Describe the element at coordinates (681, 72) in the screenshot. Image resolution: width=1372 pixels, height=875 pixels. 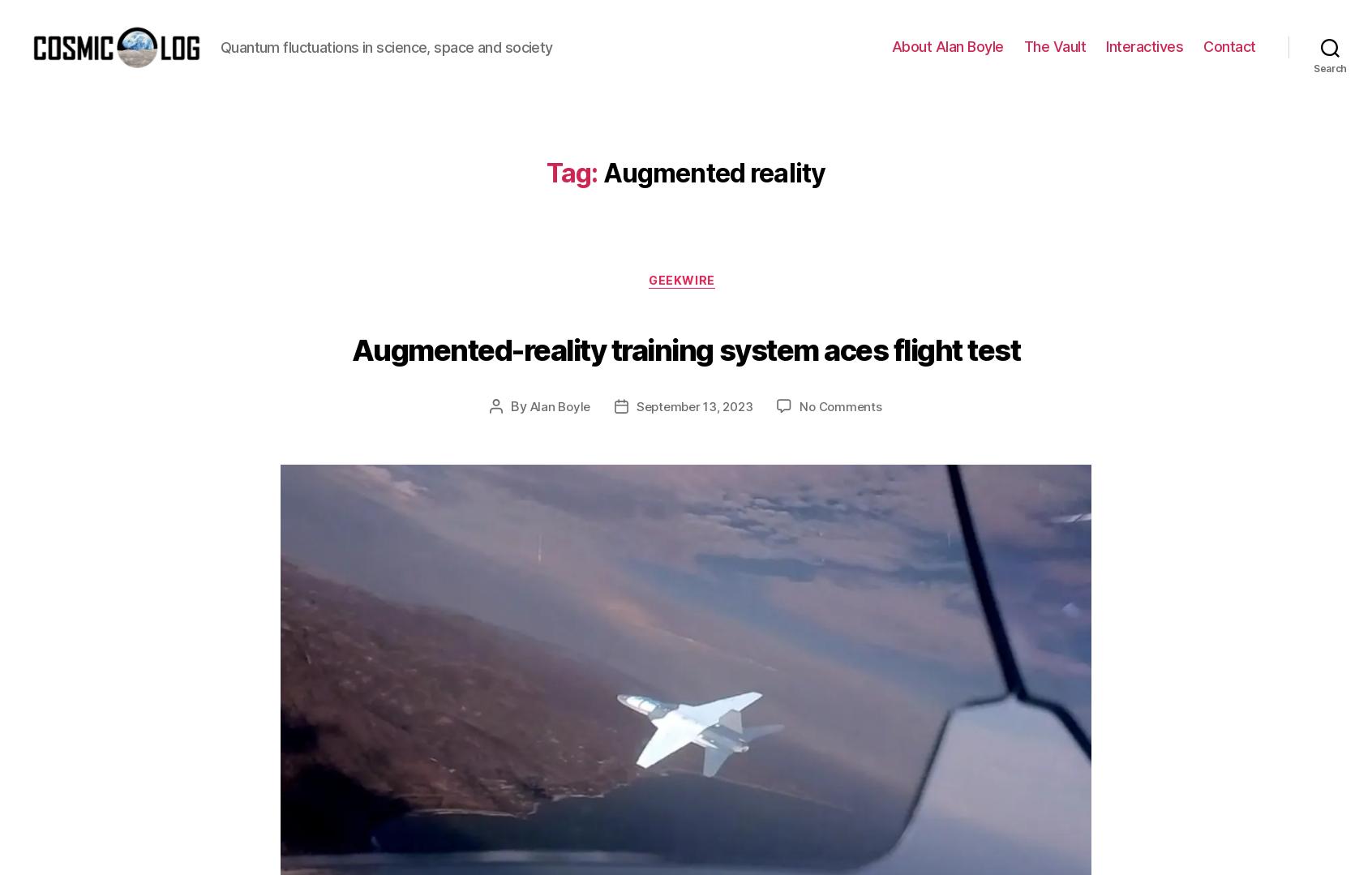
I see `'“The pathways through which we receive pain are the same pathways through which distraction travels,” computer scientist Amitabh Varshney told journalists last week during a tour of the university’s'` at that location.